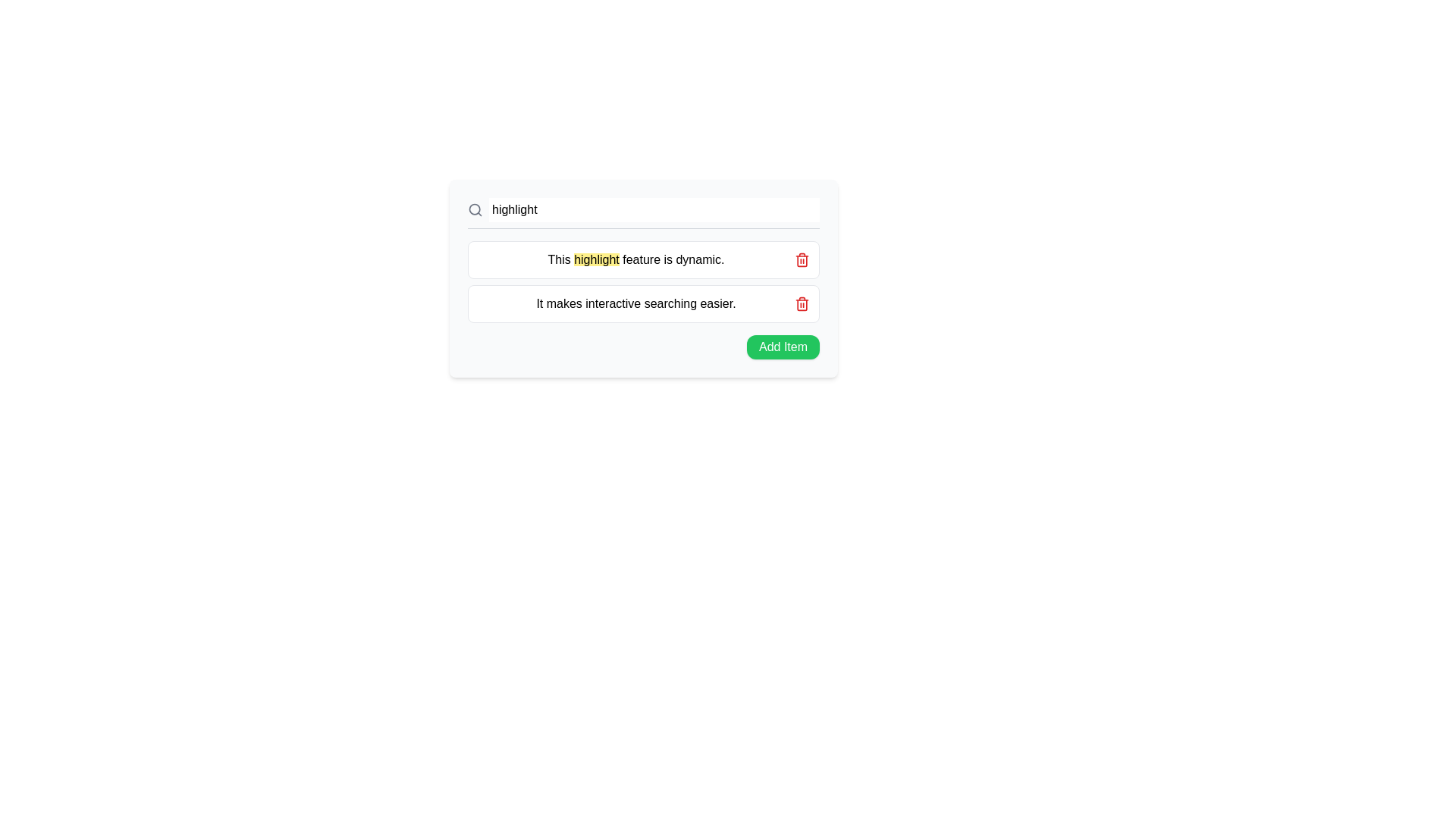  I want to click on text element containing 'This' for debug purposes, located at the leftmost position of the text block 'This highlight feature is dynamic.', so click(560, 259).